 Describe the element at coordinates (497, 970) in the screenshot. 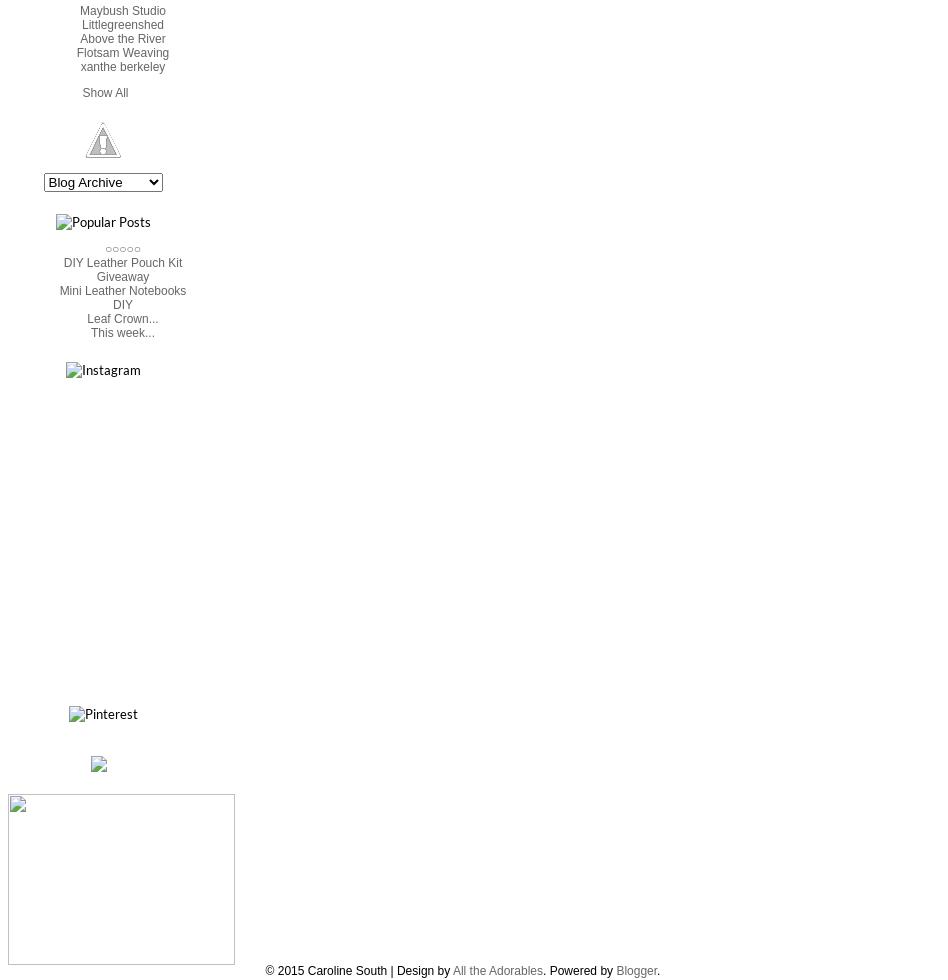

I see `'All the Adorables'` at that location.